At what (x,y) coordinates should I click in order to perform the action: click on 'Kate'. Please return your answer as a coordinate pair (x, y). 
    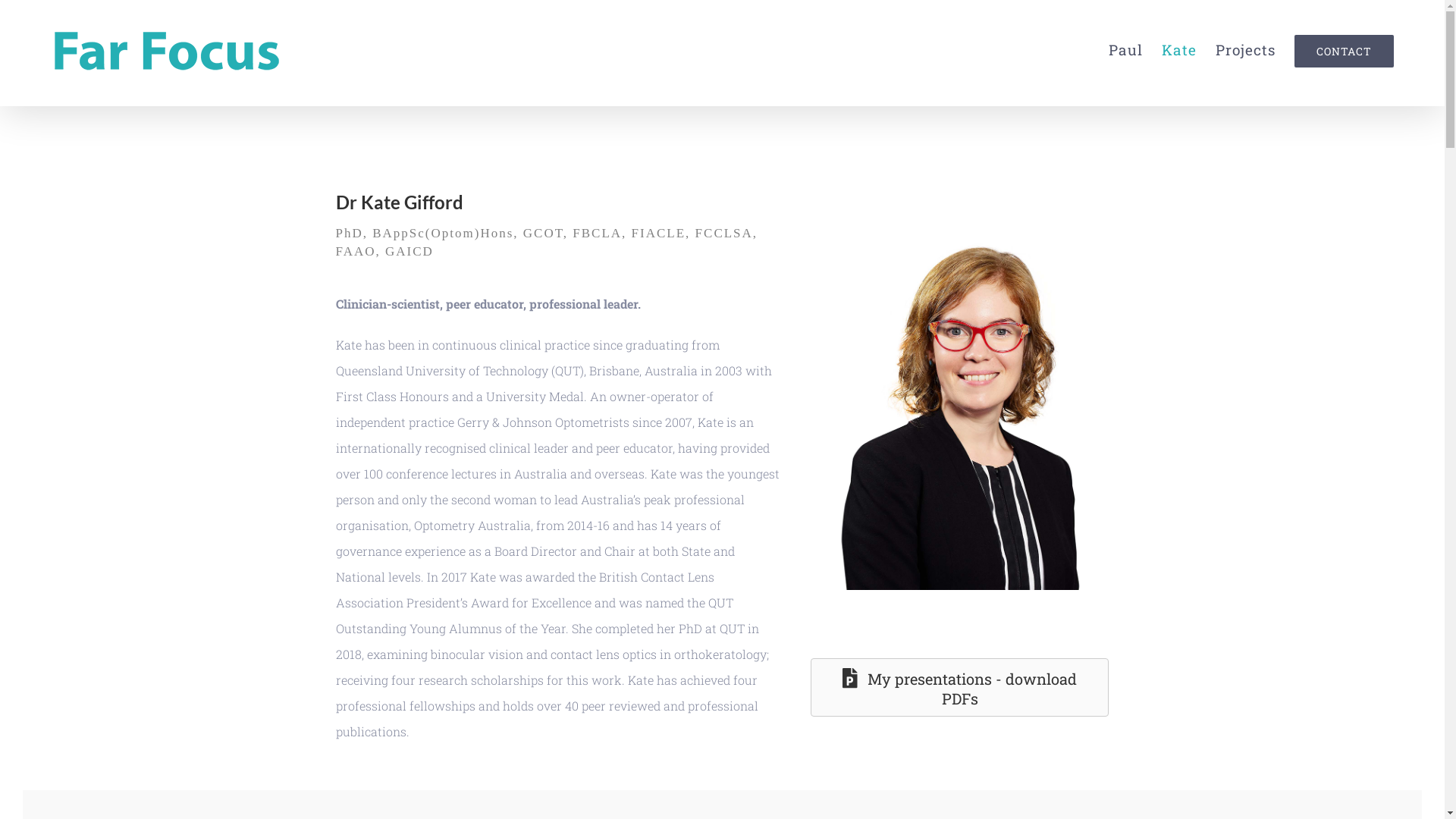
    Looking at the image, I should click on (1178, 49).